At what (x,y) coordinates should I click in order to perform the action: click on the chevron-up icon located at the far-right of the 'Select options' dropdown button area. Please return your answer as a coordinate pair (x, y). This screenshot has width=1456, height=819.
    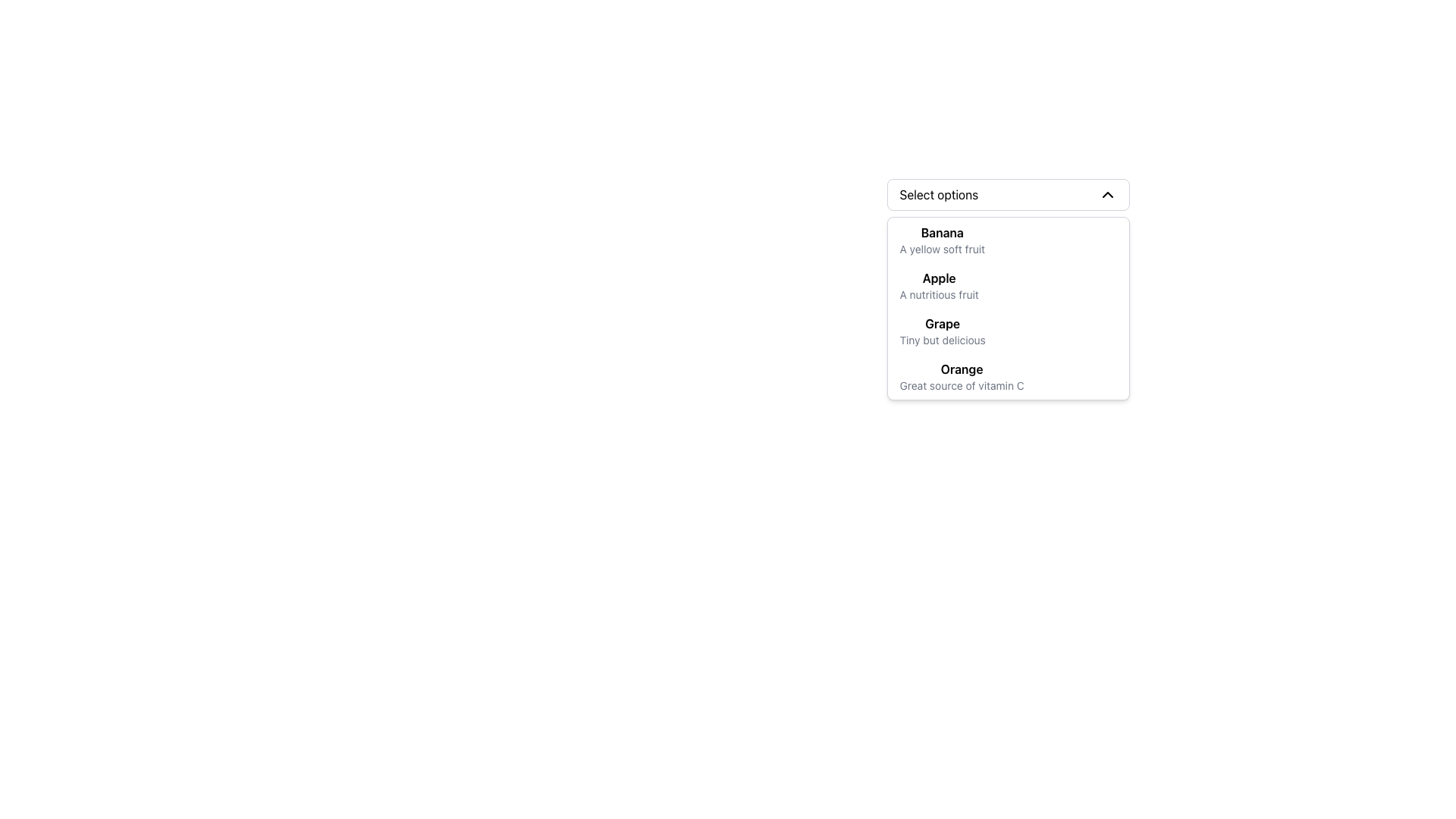
    Looking at the image, I should click on (1107, 194).